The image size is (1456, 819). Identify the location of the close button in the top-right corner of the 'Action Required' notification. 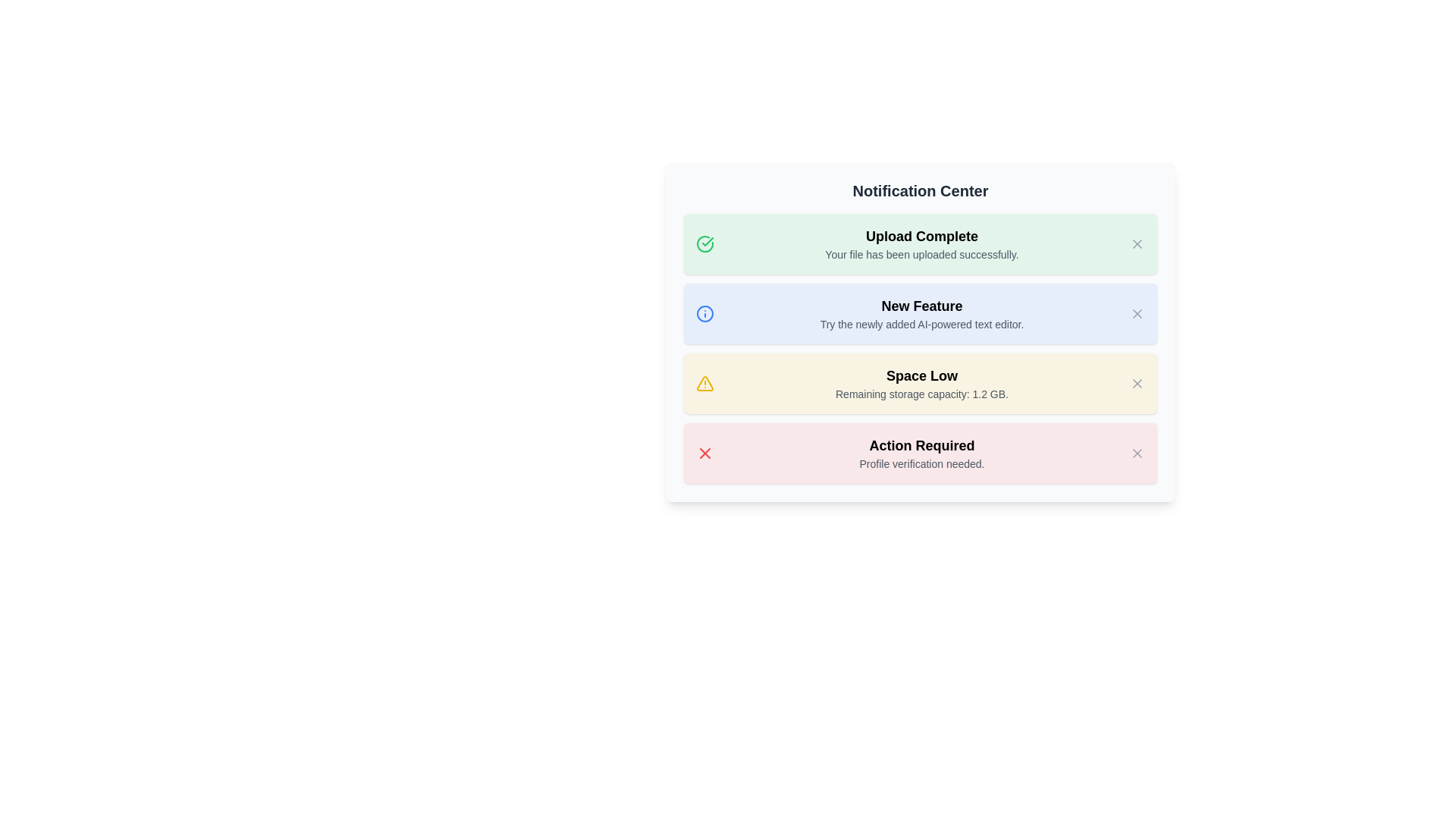
(1137, 452).